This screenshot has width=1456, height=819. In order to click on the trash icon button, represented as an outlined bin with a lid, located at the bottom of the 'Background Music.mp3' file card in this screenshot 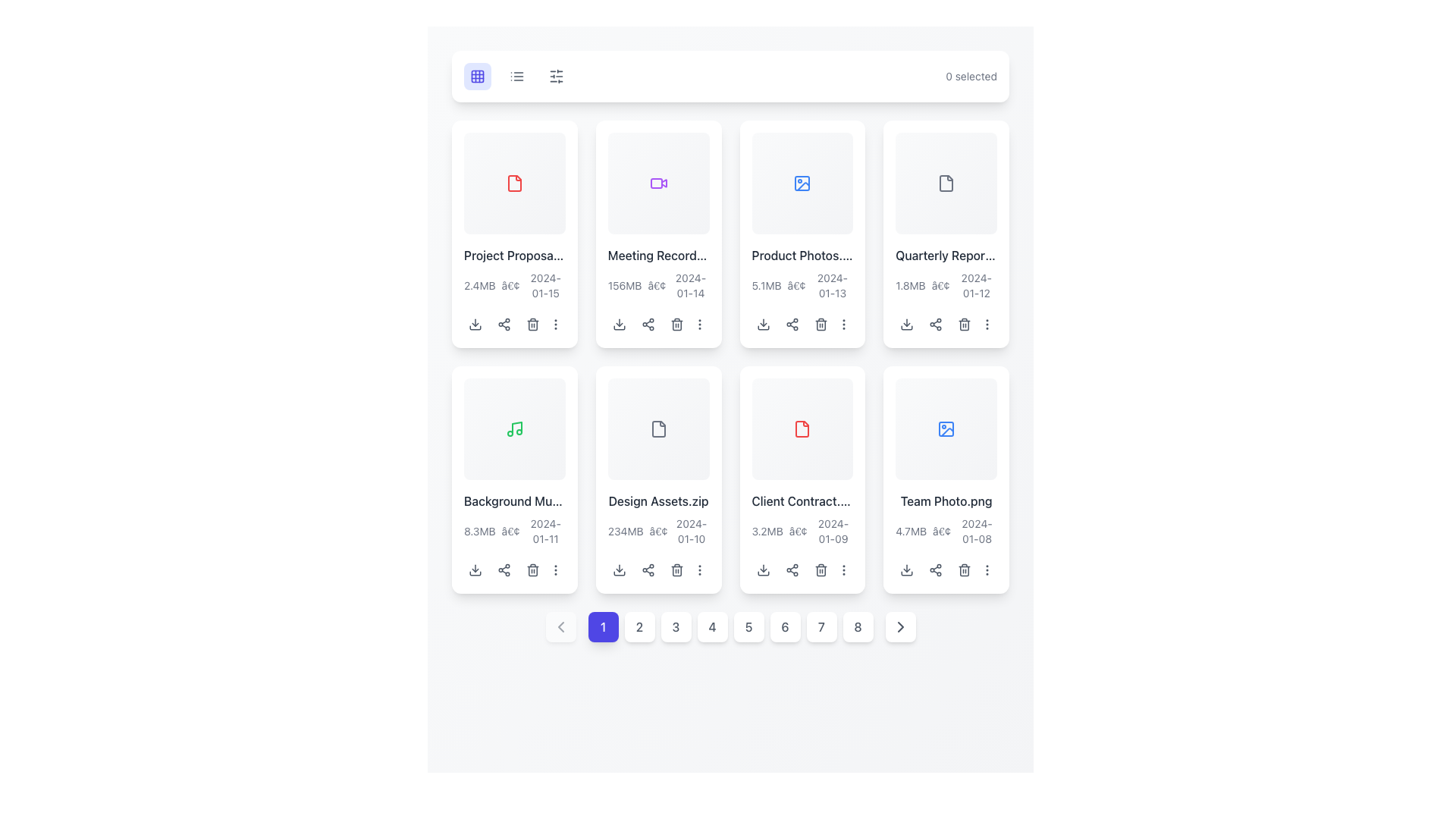, I will do `click(532, 570)`.